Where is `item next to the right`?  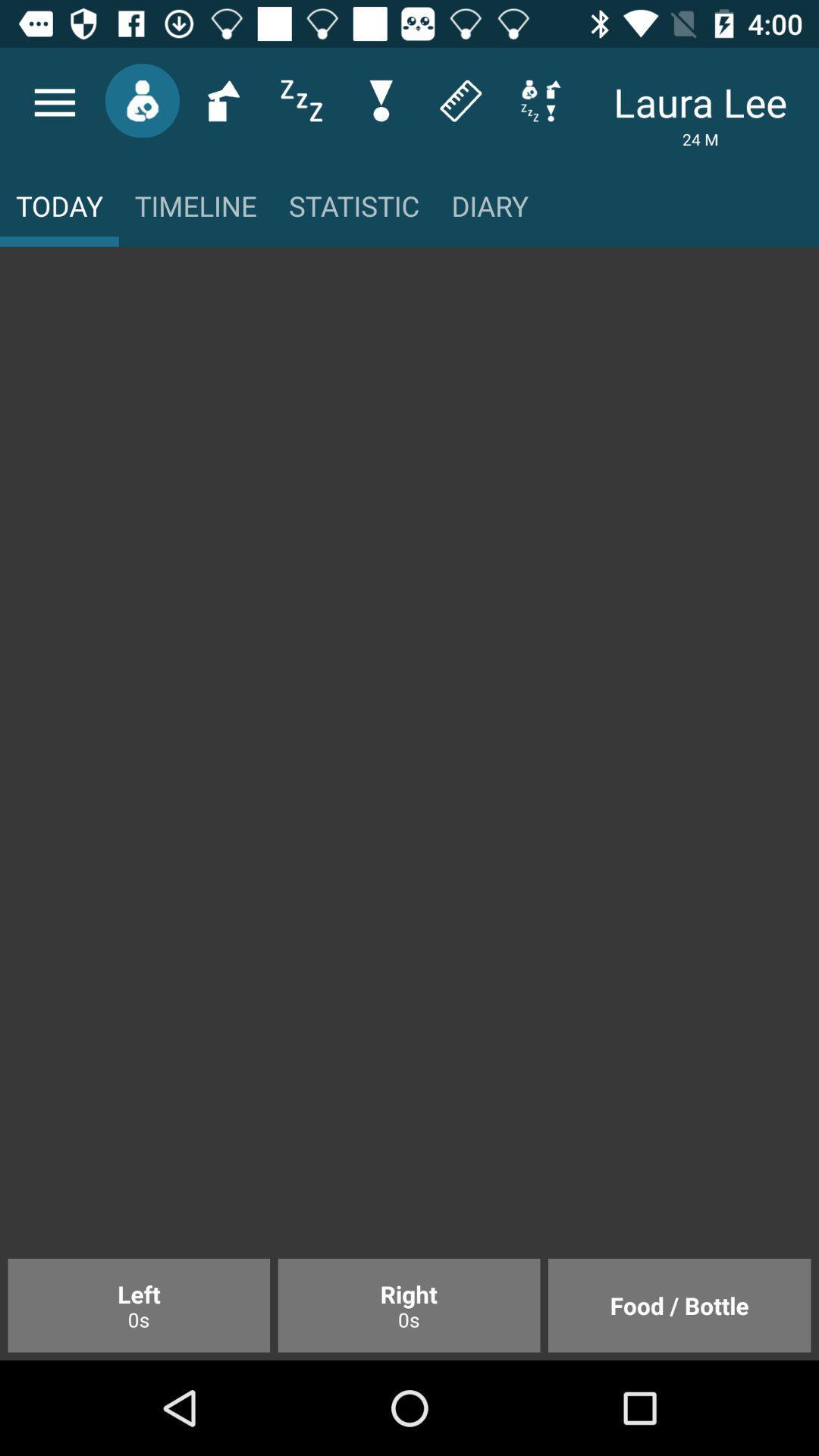
item next to the right is located at coordinates (139, 1304).